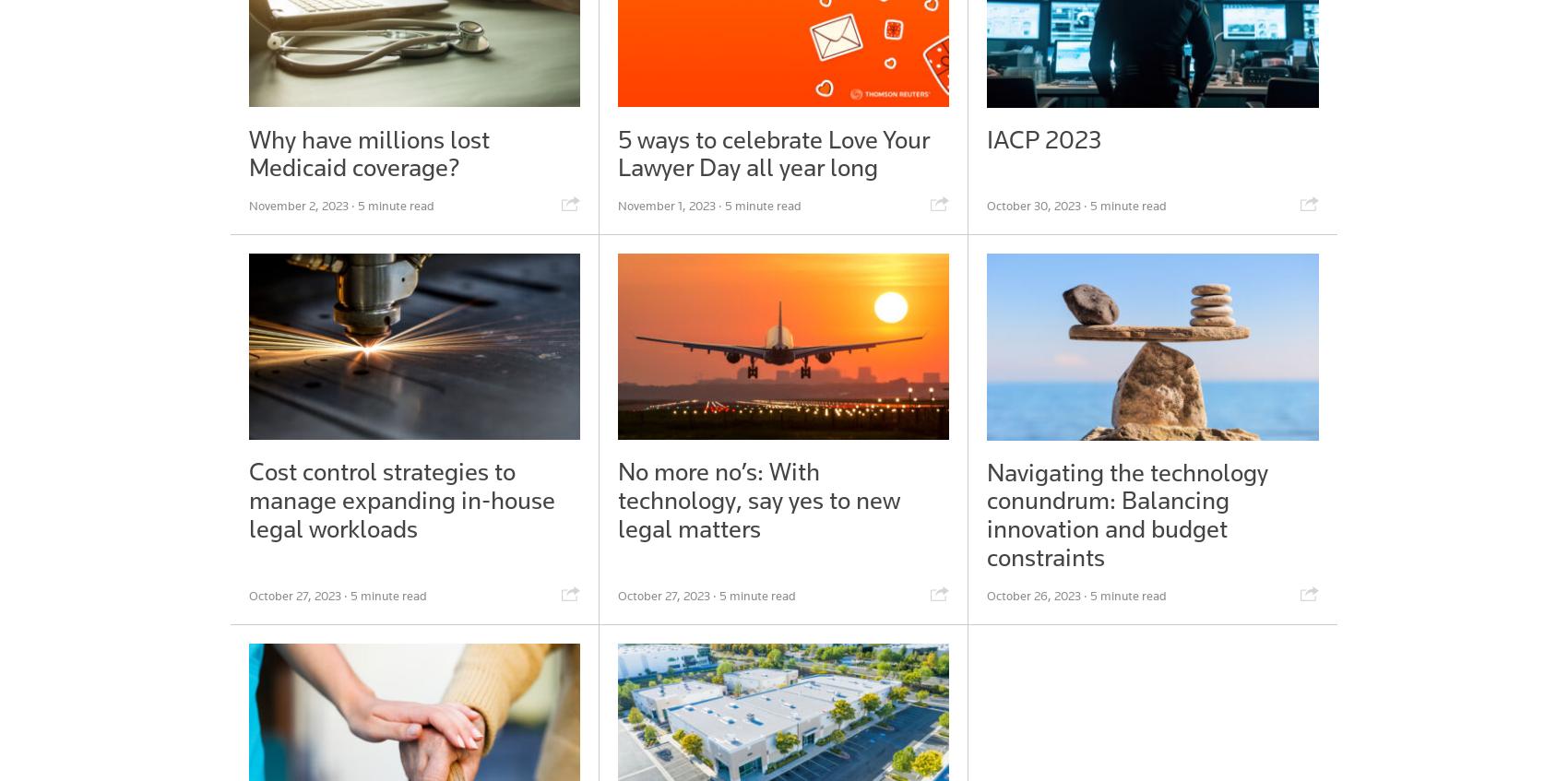 The image size is (1568, 781). What do you see at coordinates (1125, 515) in the screenshot?
I see `'Navigating the technology conundrum: Balancing innovation and budget constraints'` at bounding box center [1125, 515].